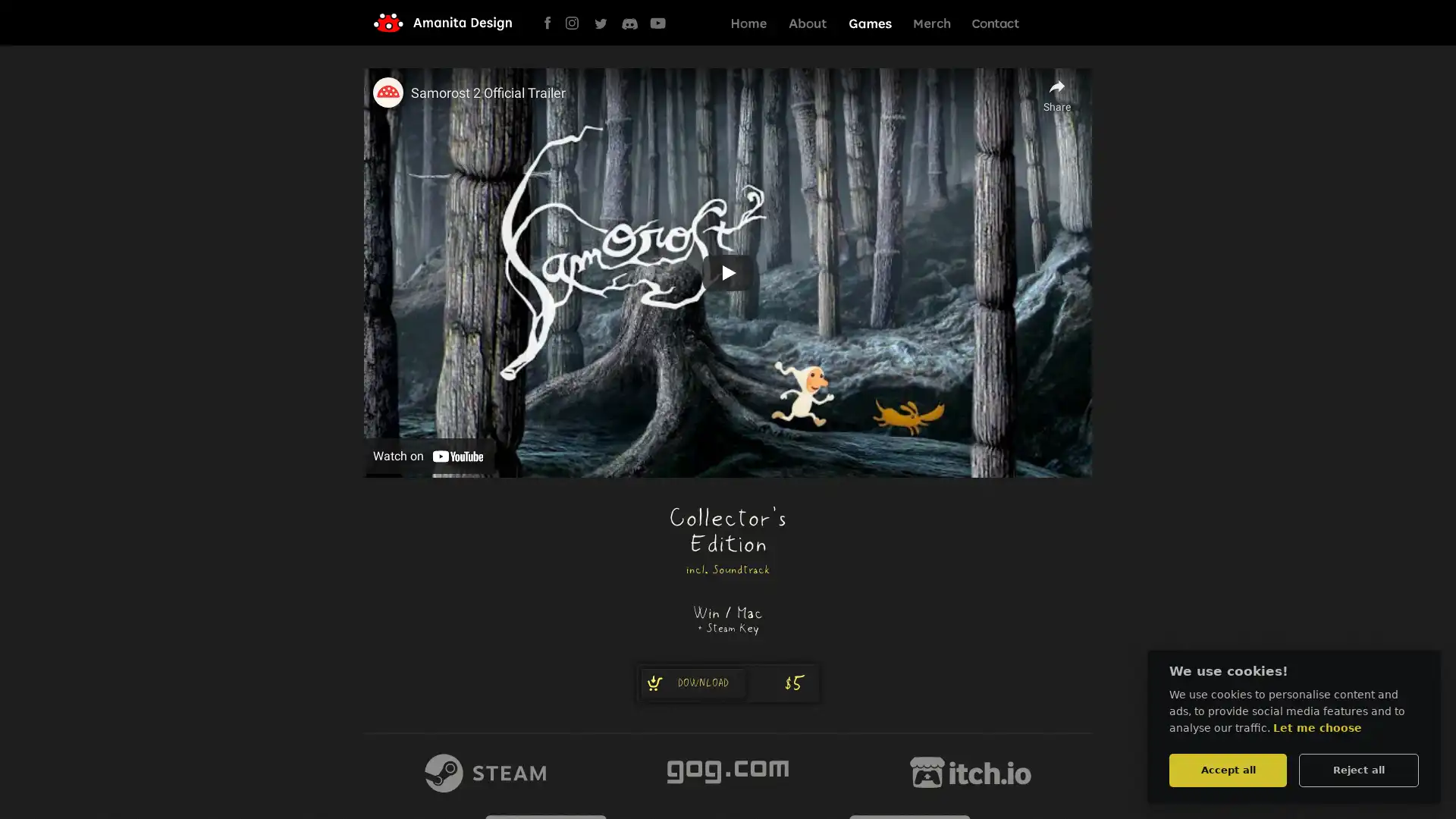 The image size is (1456, 819). I want to click on Accept all, so click(1227, 769).